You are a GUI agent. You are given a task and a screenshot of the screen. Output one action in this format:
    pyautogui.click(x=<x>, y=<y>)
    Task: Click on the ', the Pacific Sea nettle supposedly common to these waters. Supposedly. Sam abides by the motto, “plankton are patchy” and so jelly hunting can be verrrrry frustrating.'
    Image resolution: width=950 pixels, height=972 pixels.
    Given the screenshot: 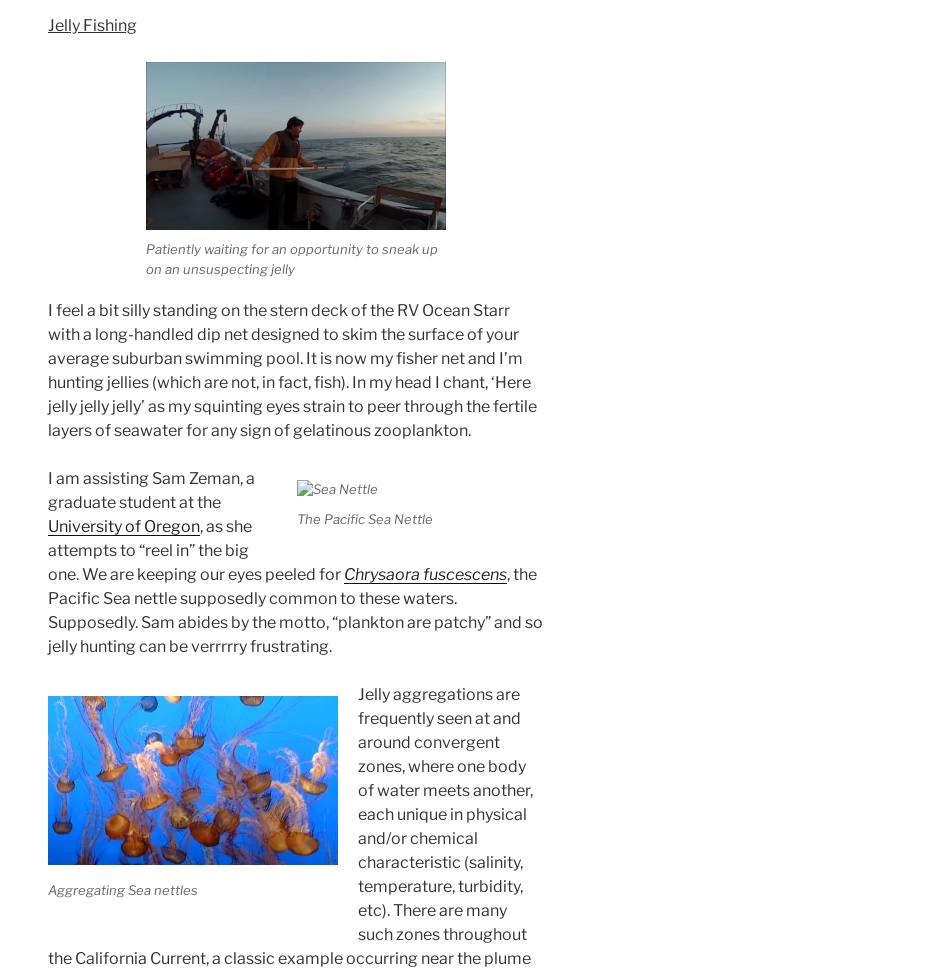 What is the action you would take?
    pyautogui.click(x=47, y=609)
    